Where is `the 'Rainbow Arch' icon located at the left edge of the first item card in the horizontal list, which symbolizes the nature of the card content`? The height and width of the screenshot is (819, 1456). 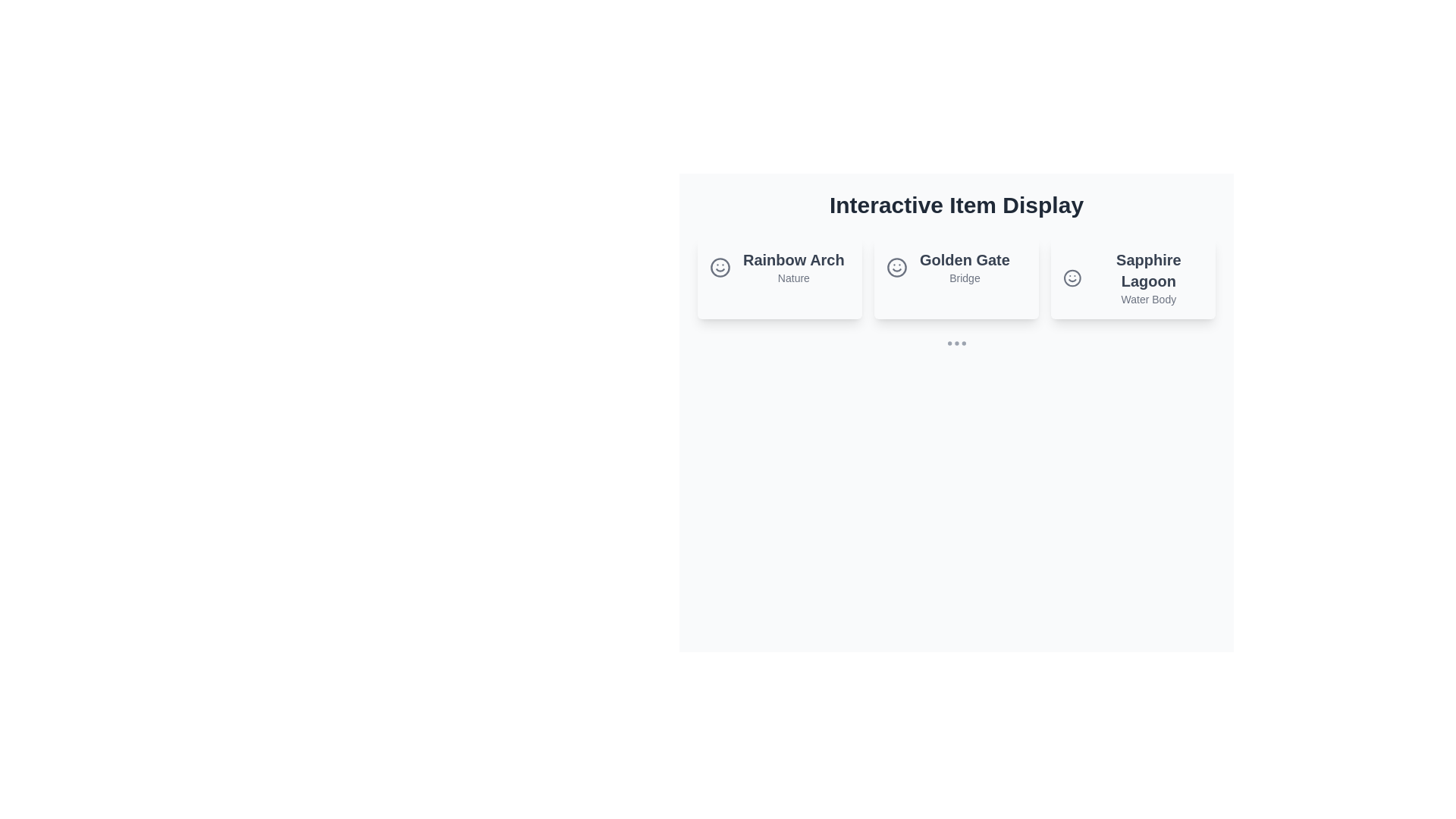
the 'Rainbow Arch' icon located at the left edge of the first item card in the horizontal list, which symbolizes the nature of the card content is located at coordinates (720, 267).